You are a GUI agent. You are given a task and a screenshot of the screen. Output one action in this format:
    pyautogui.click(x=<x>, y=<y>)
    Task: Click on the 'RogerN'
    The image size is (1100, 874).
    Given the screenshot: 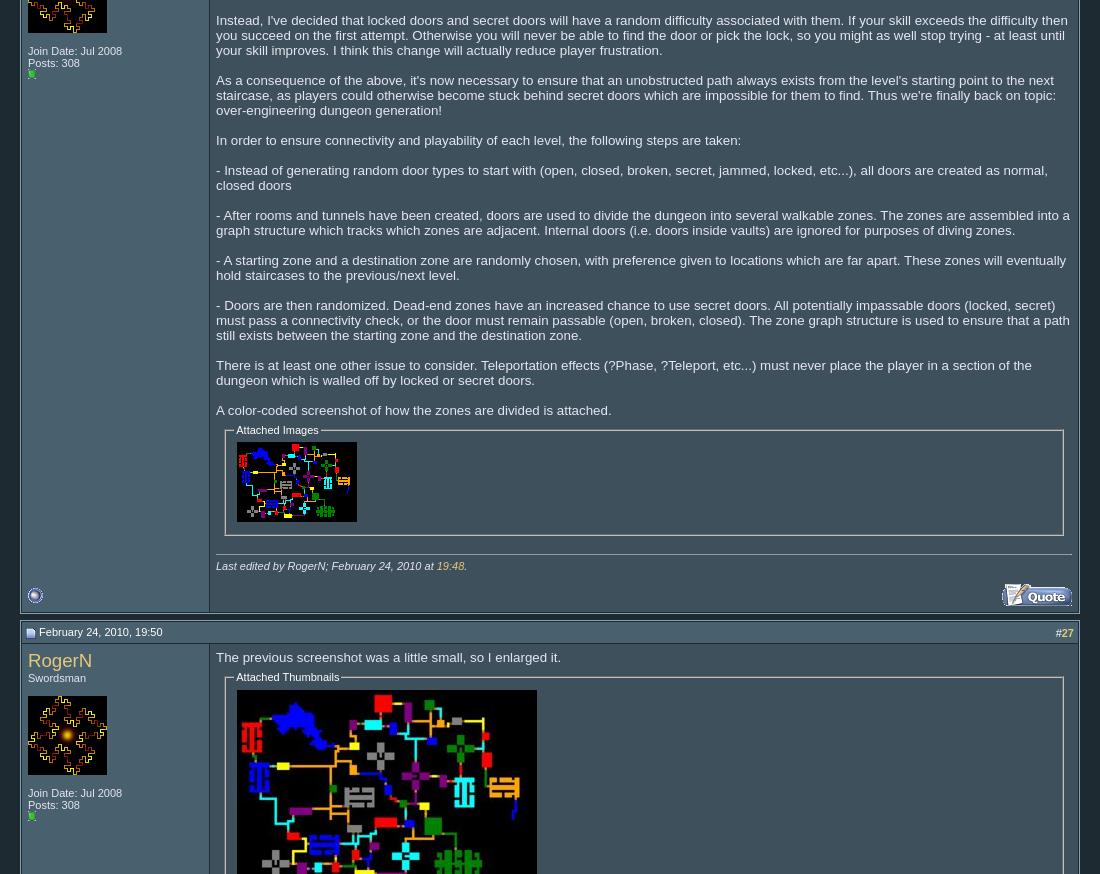 What is the action you would take?
    pyautogui.click(x=27, y=659)
    